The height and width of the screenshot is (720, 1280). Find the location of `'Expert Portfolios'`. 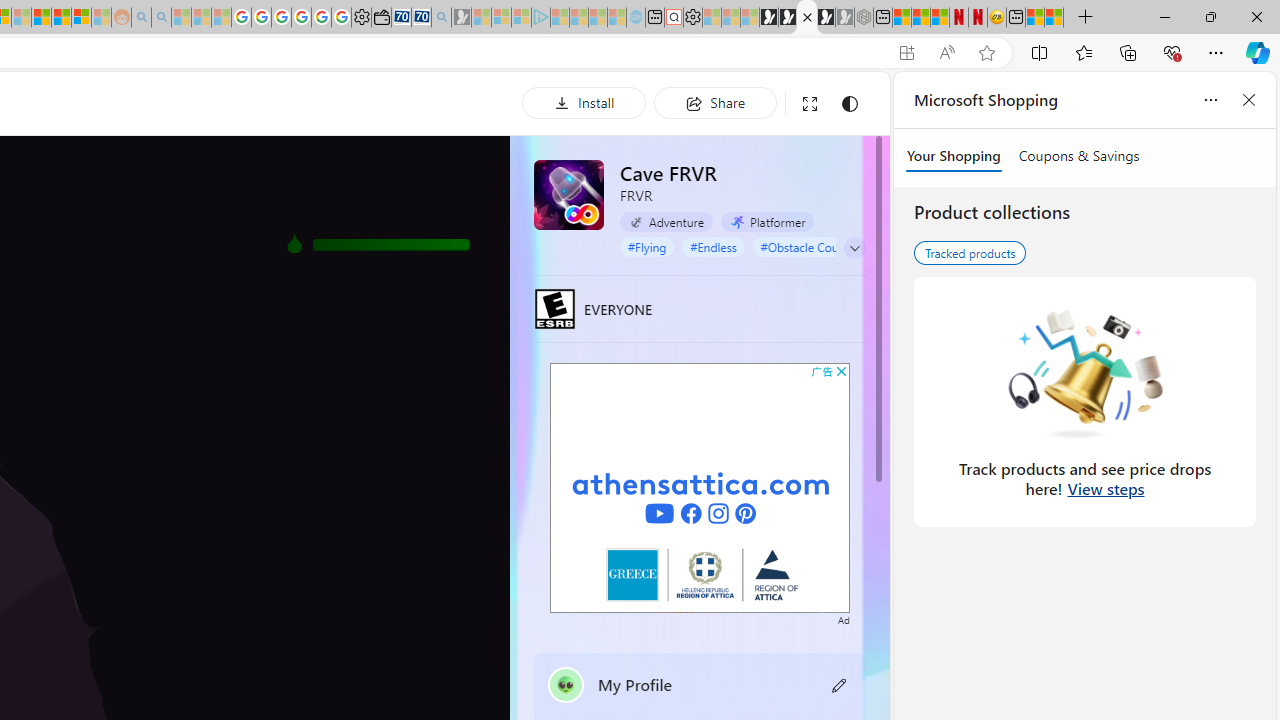

'Expert Portfolios' is located at coordinates (41, 17).